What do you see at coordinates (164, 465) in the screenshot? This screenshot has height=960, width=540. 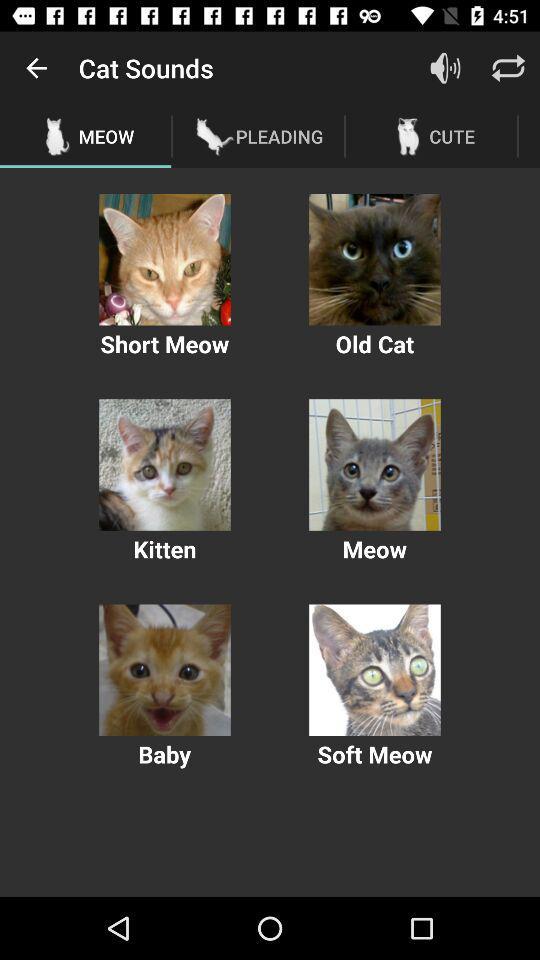 I see `expand image` at bounding box center [164, 465].